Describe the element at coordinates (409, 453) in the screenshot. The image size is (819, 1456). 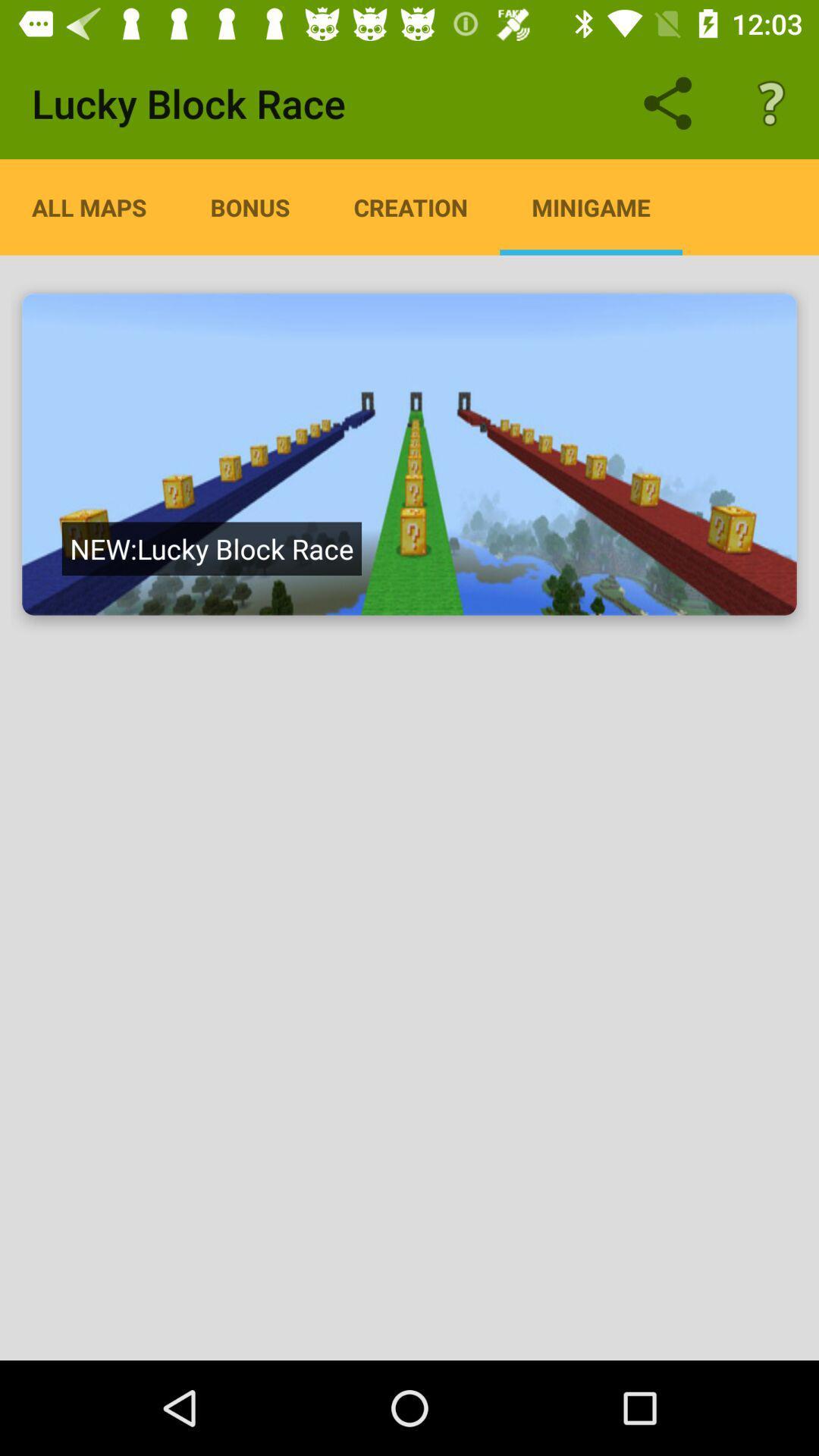
I see `game` at that location.